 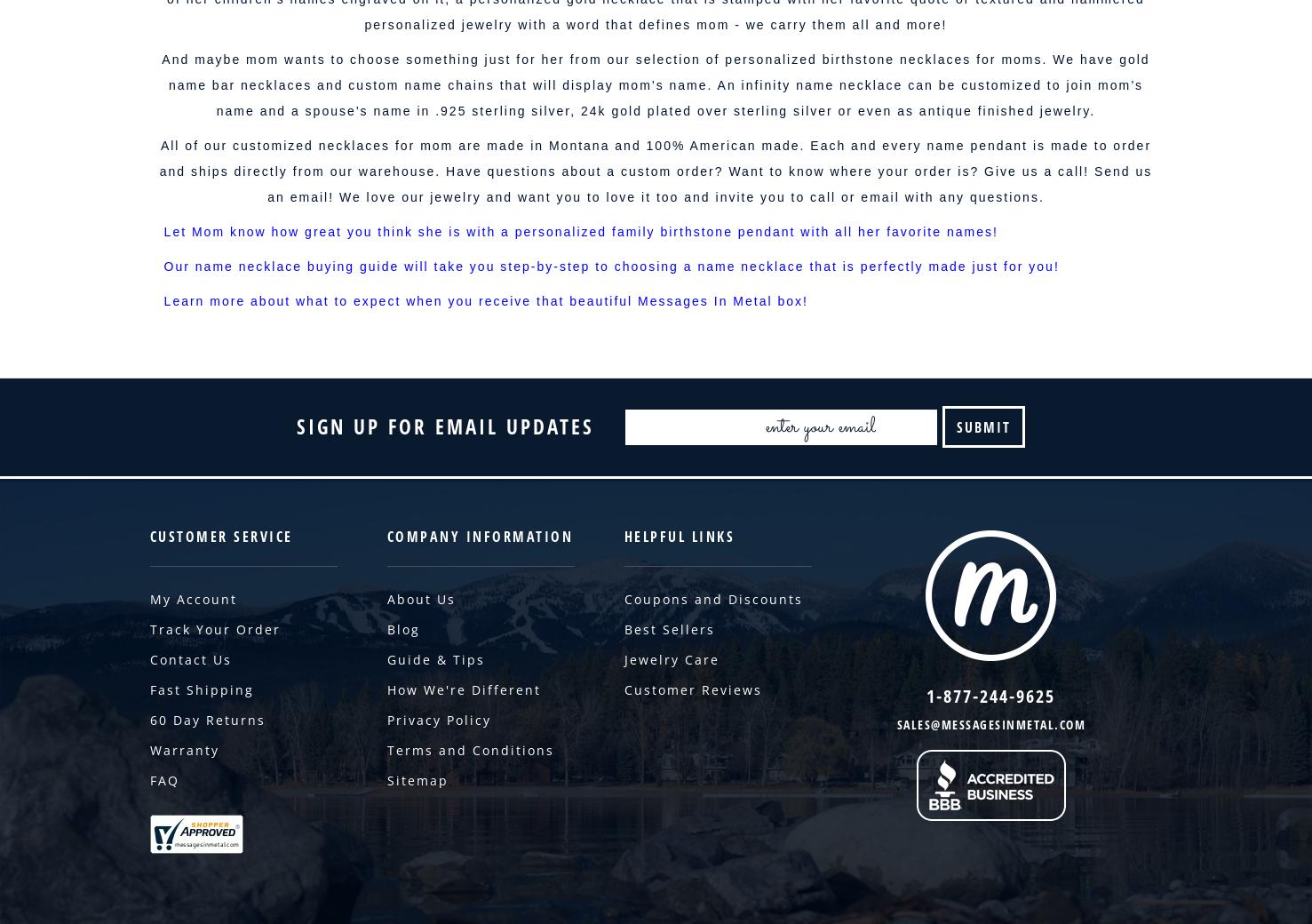 I want to click on 'Terms and Conditions', so click(x=386, y=749).